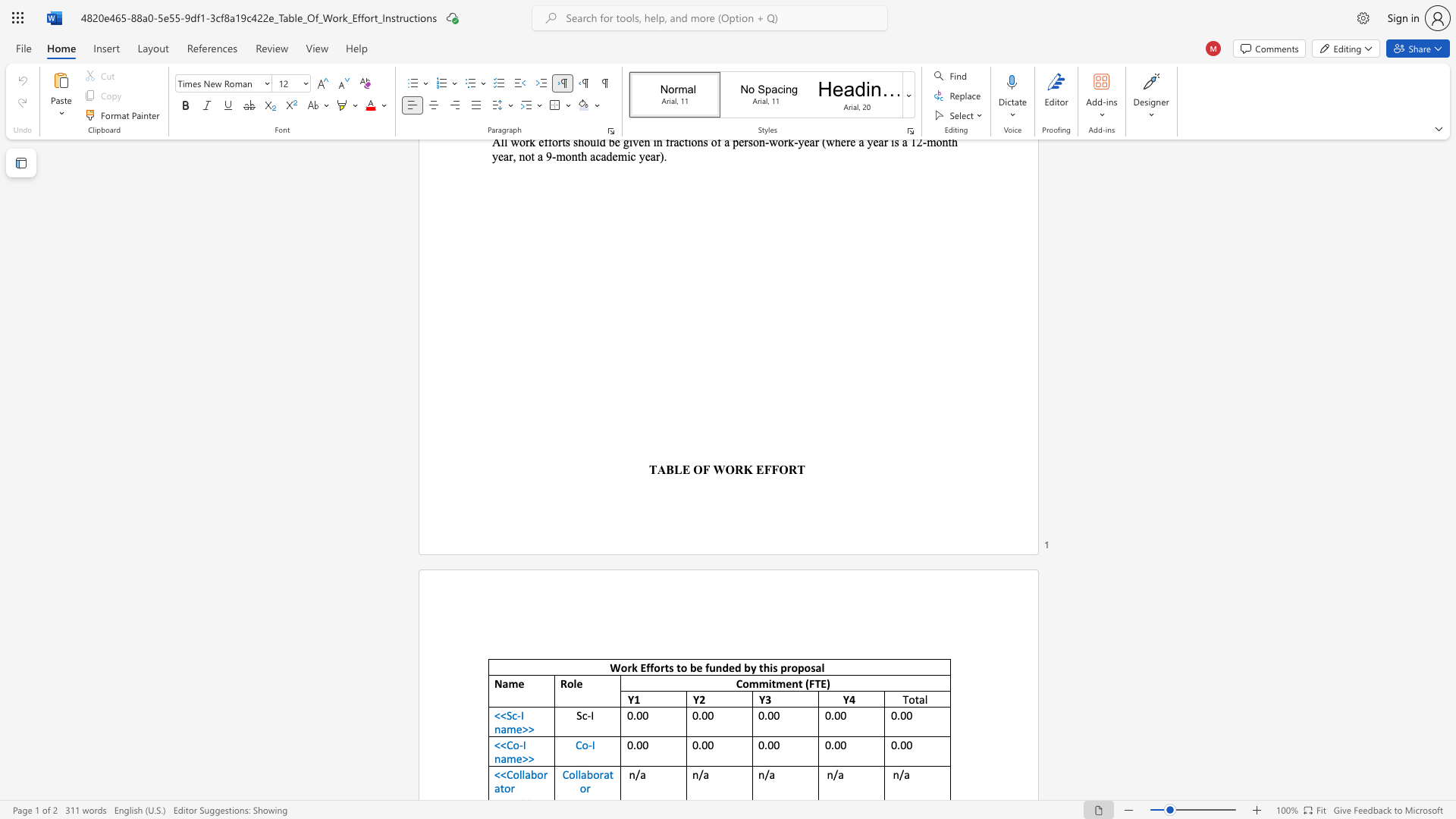 This screenshot has width=1456, height=819. What do you see at coordinates (709, 667) in the screenshot?
I see `the space between the continuous character "f" and "u" in the text` at bounding box center [709, 667].